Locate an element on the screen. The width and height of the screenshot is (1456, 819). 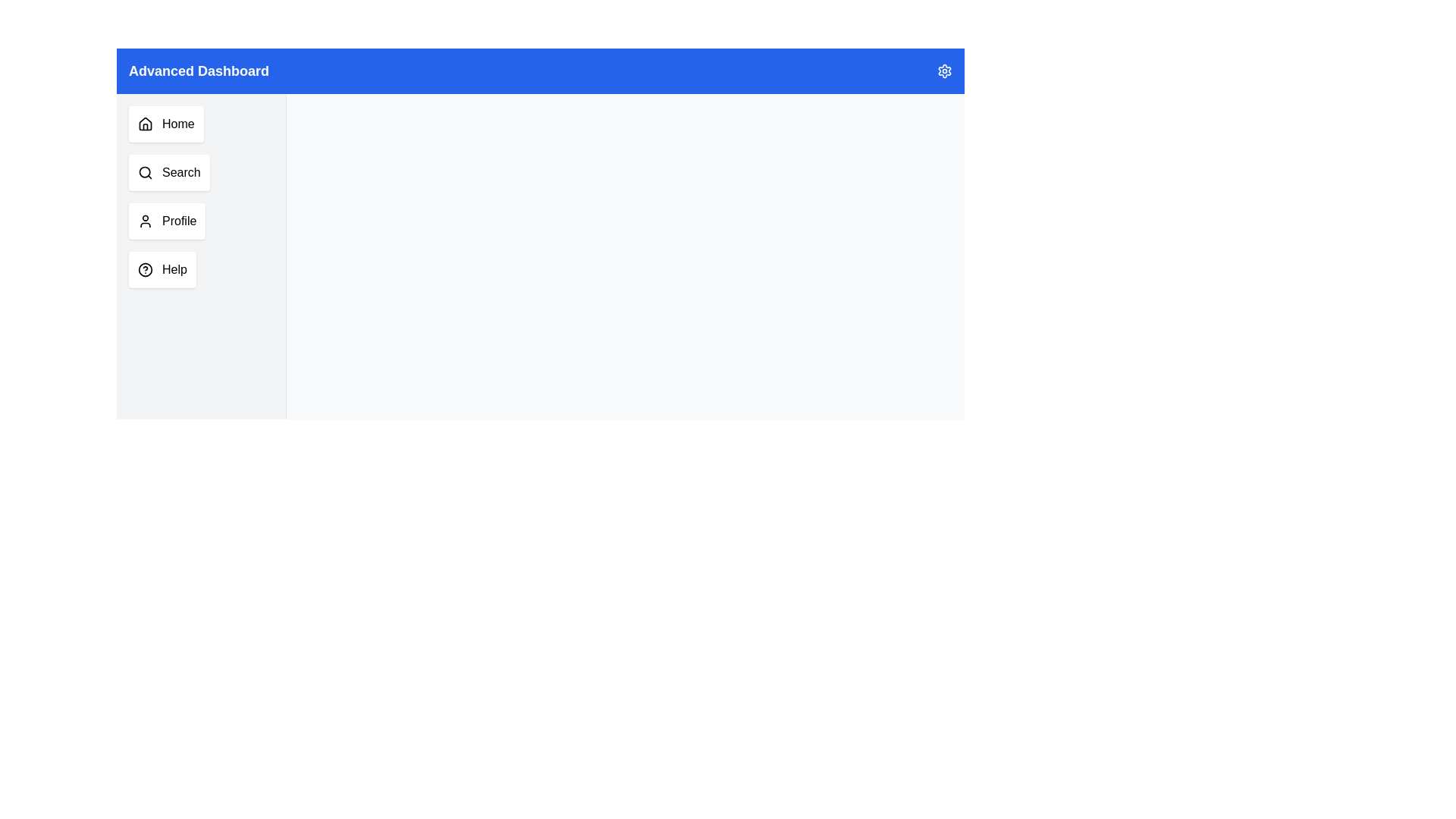
the circle element with a black outline and transparent fill, which is the inner detail of the magnifying glass symbol in the sidebar menu of the Advanced Dashboard is located at coordinates (145, 171).